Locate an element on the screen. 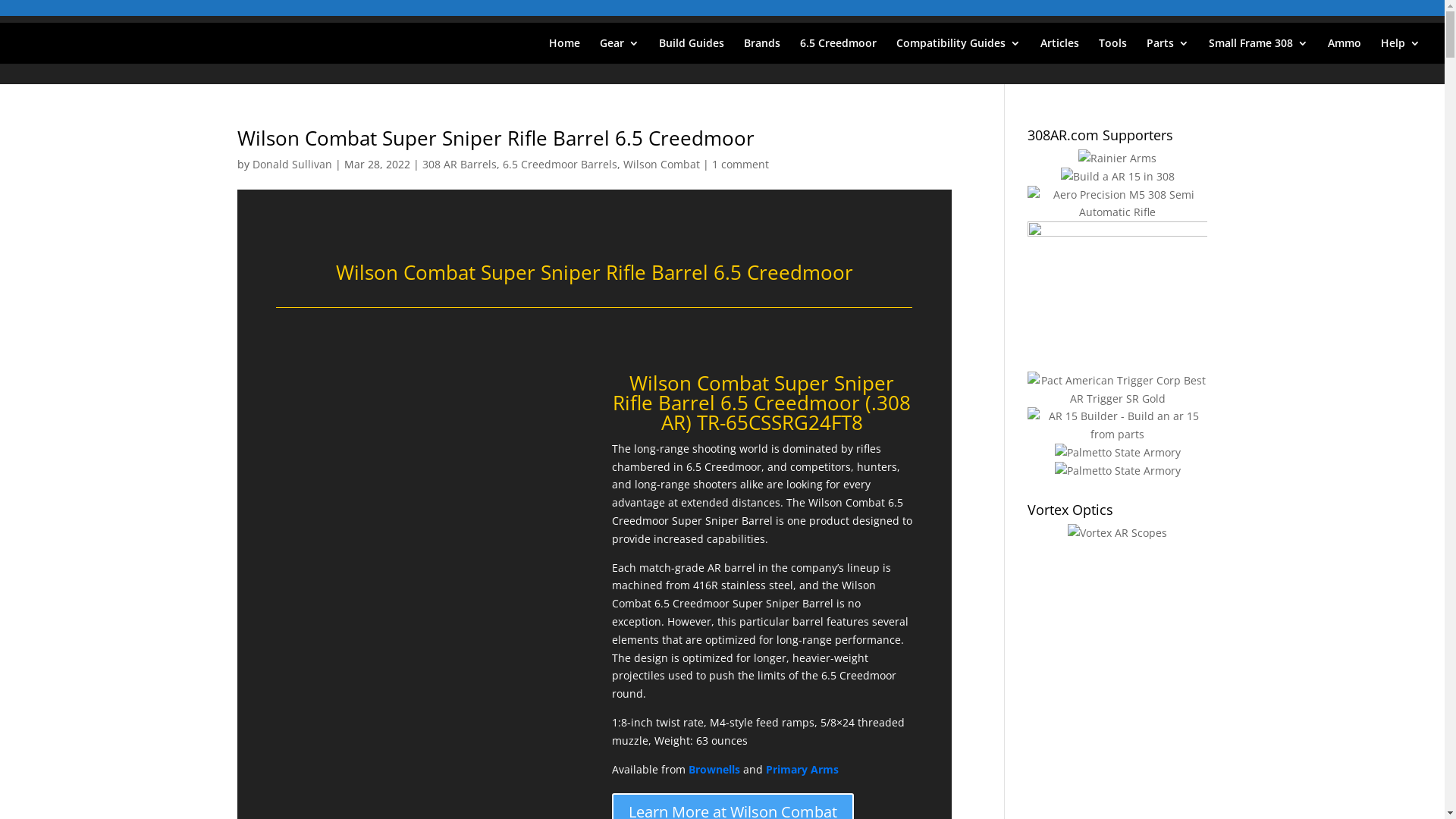 The image size is (1456, 819). '1 comment' is located at coordinates (739, 164).